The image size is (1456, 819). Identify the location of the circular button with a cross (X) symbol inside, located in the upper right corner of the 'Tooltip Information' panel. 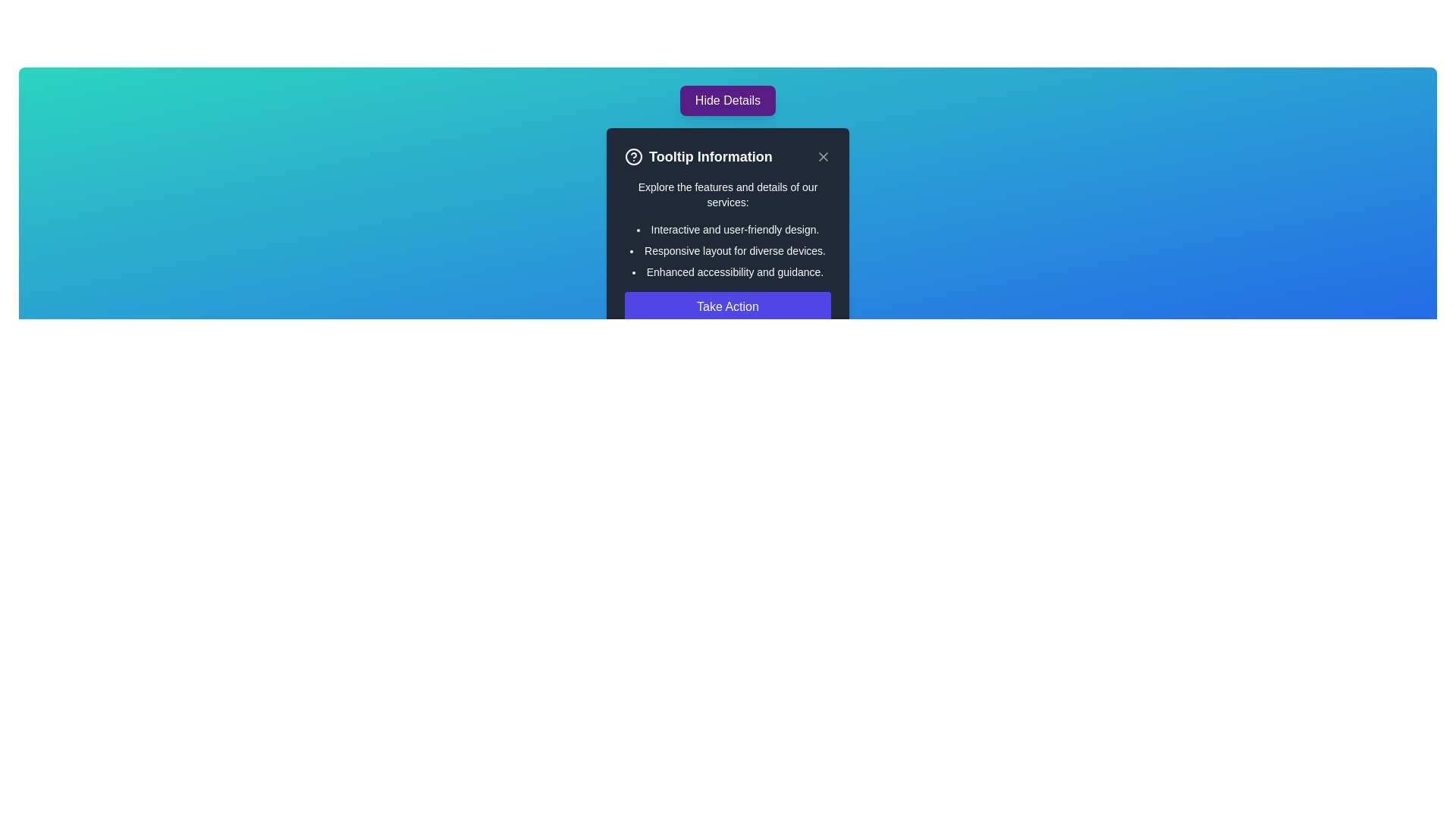
(822, 157).